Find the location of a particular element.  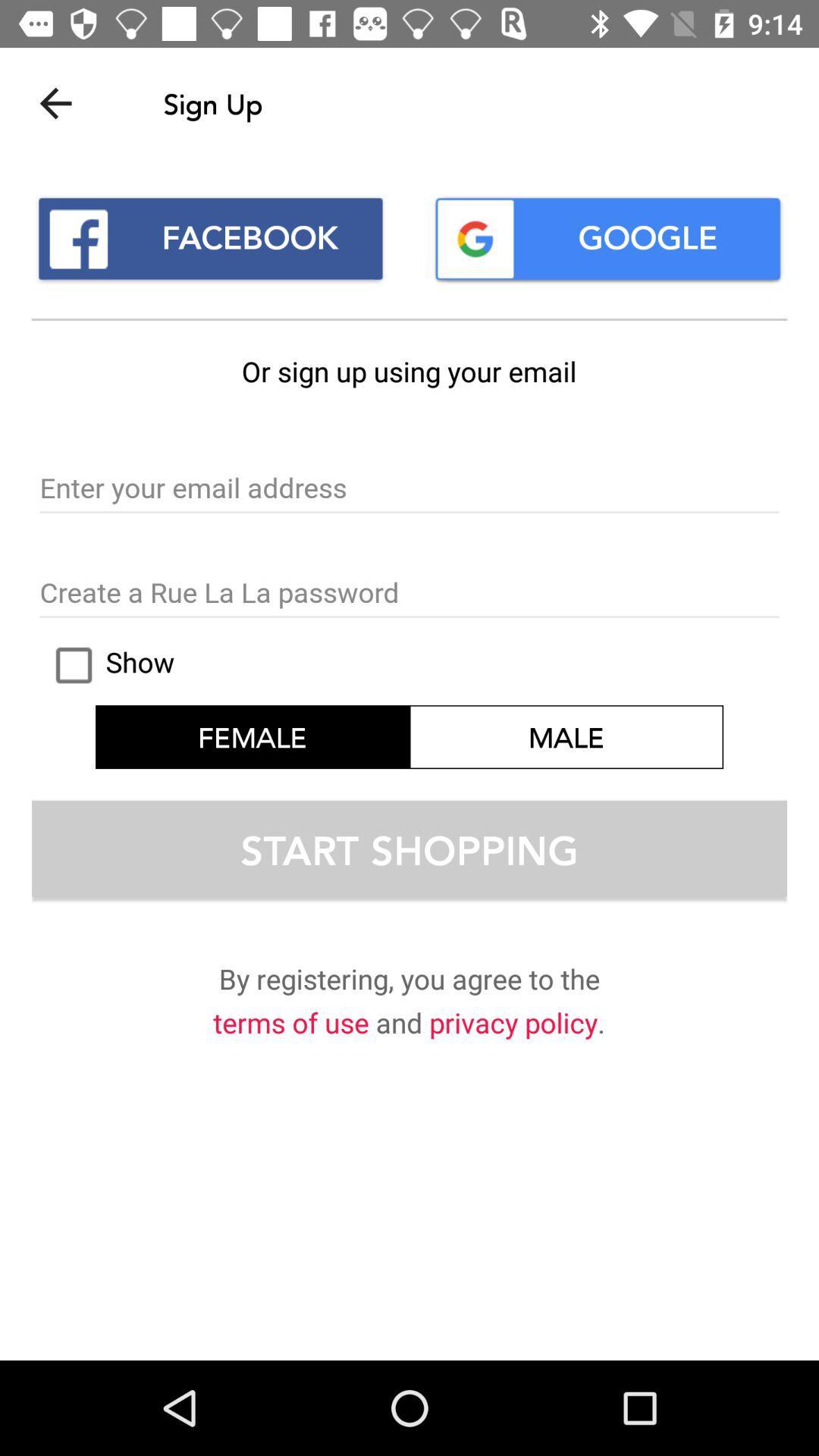

show icon is located at coordinates (107, 665).